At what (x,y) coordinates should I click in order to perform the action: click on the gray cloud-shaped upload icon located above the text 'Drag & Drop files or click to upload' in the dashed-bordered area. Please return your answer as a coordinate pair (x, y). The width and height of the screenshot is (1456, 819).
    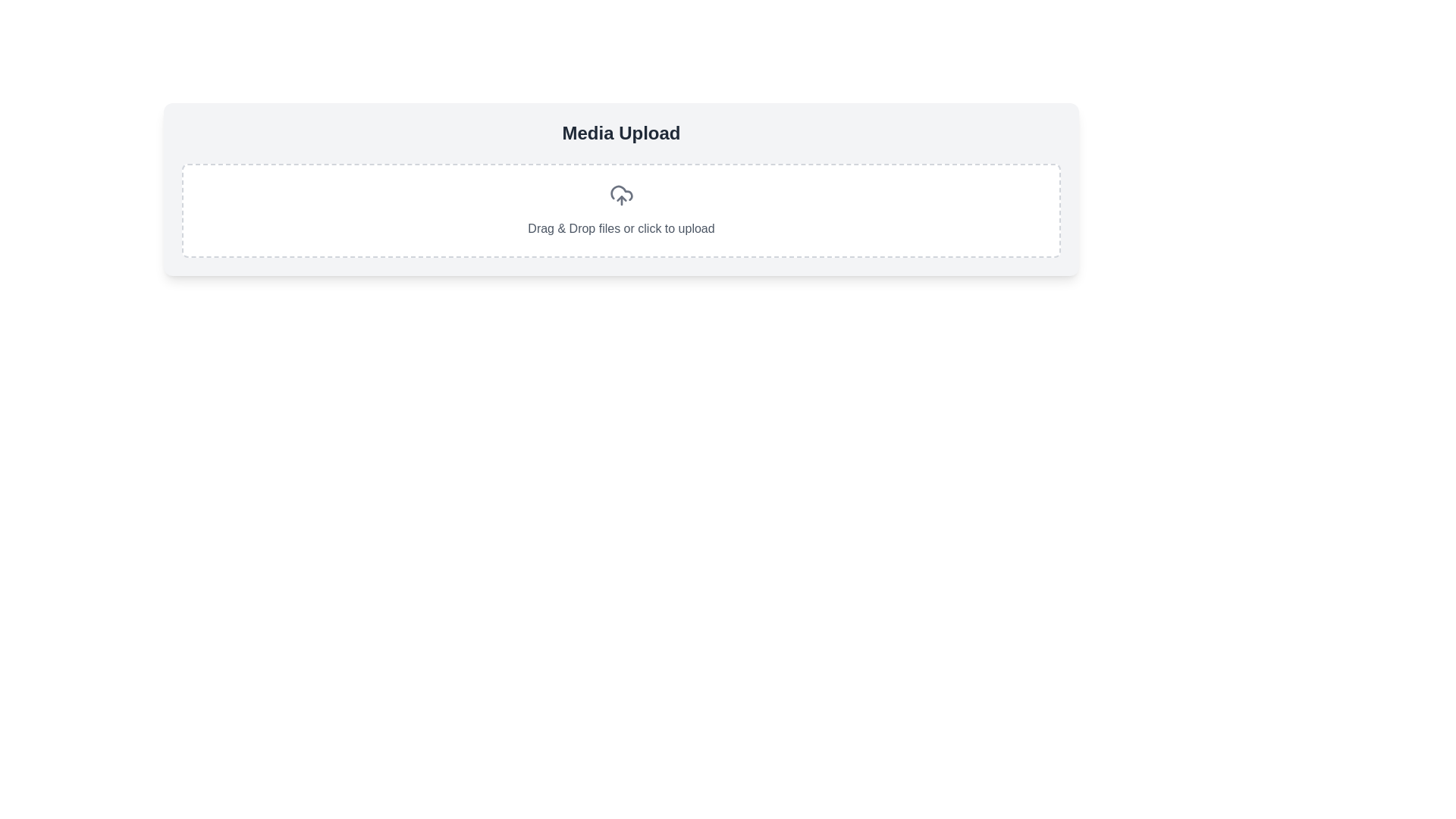
    Looking at the image, I should click on (621, 195).